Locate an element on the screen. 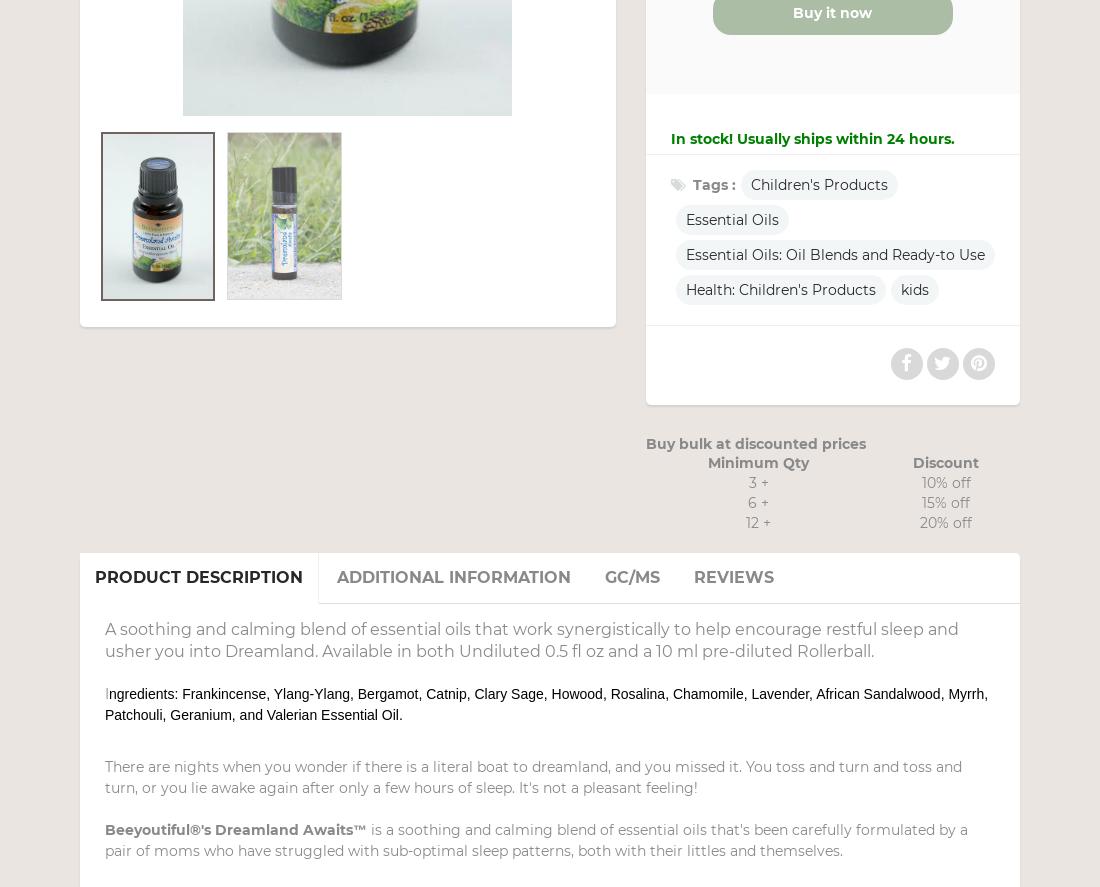 This screenshot has height=887, width=1100. 'ngredients: Frankincense, Ylang-Ylang, Bergamot, Catnip, Clary Sage, Howood, Rosalina, Chamomile, Lavender, African Sandalwood, Myrrh, Patchouli, Geranium, and Valerian Essential Oil.' is located at coordinates (546, 704).